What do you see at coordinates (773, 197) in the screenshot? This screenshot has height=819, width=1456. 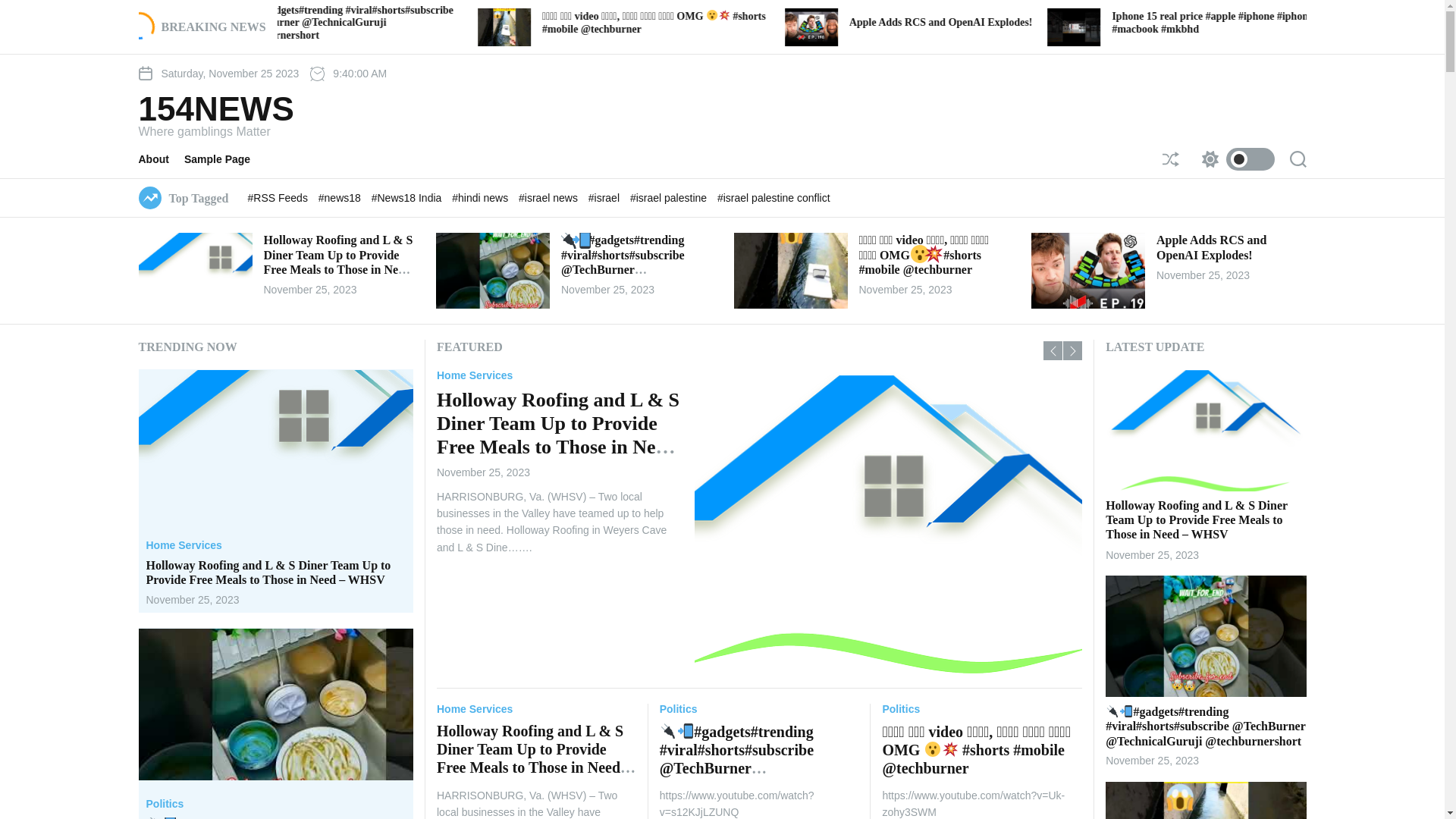 I see `'#israel palestine conflict'` at bounding box center [773, 197].